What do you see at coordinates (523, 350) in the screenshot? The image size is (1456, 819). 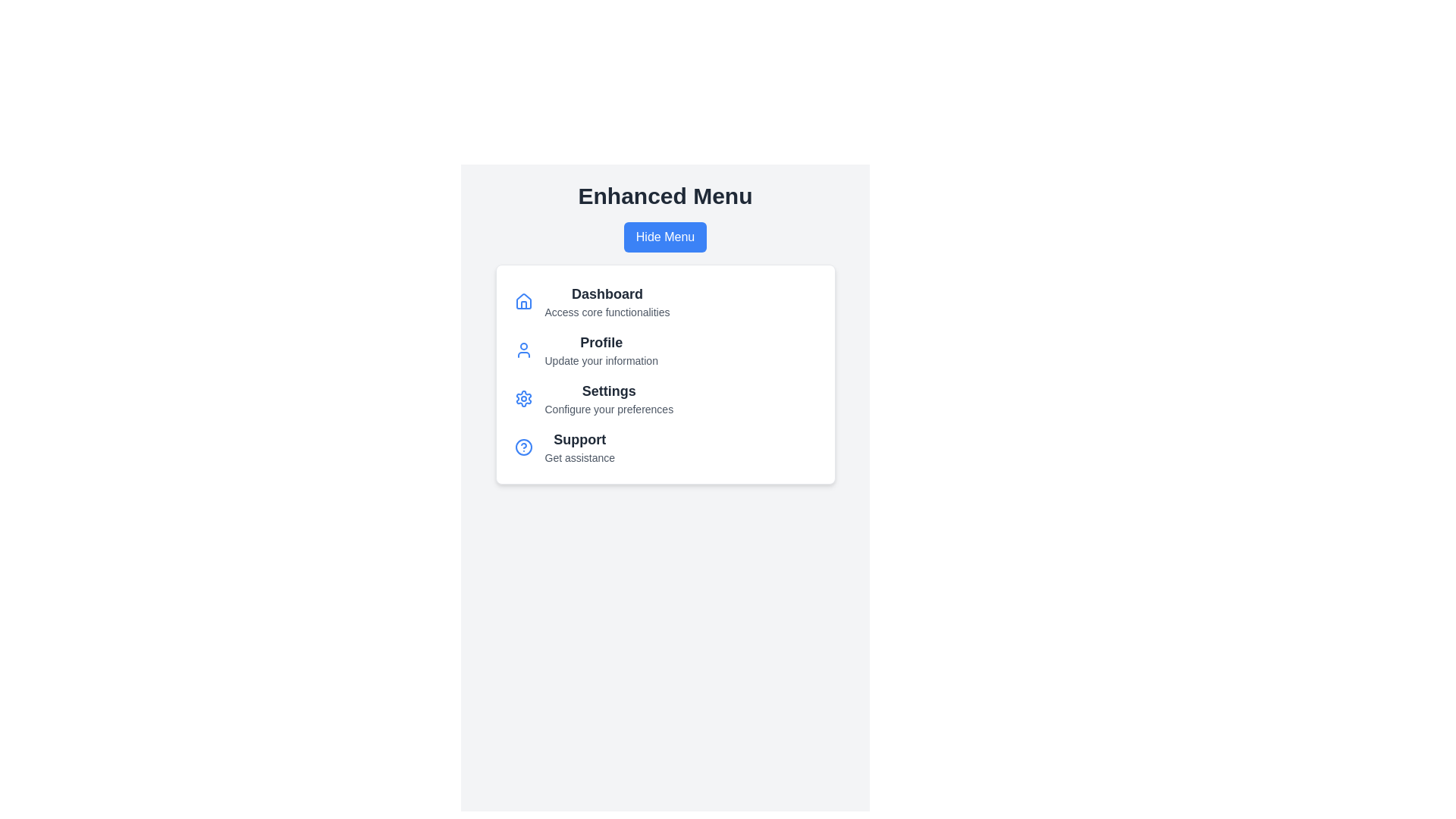 I see `the icon of the menu item labeled Profile` at bounding box center [523, 350].